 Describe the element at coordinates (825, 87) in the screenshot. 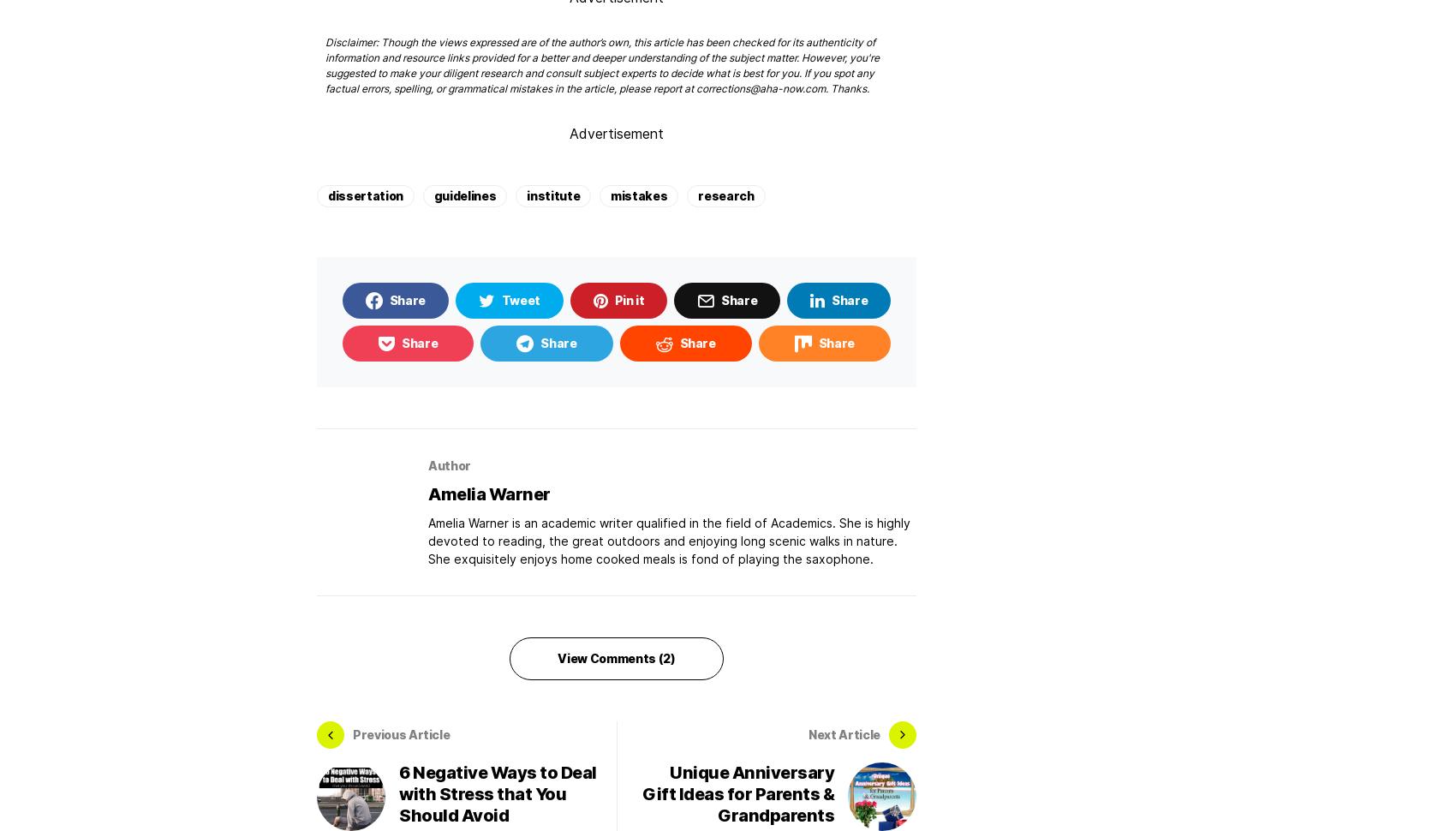

I see `'. Thanks.'` at that location.